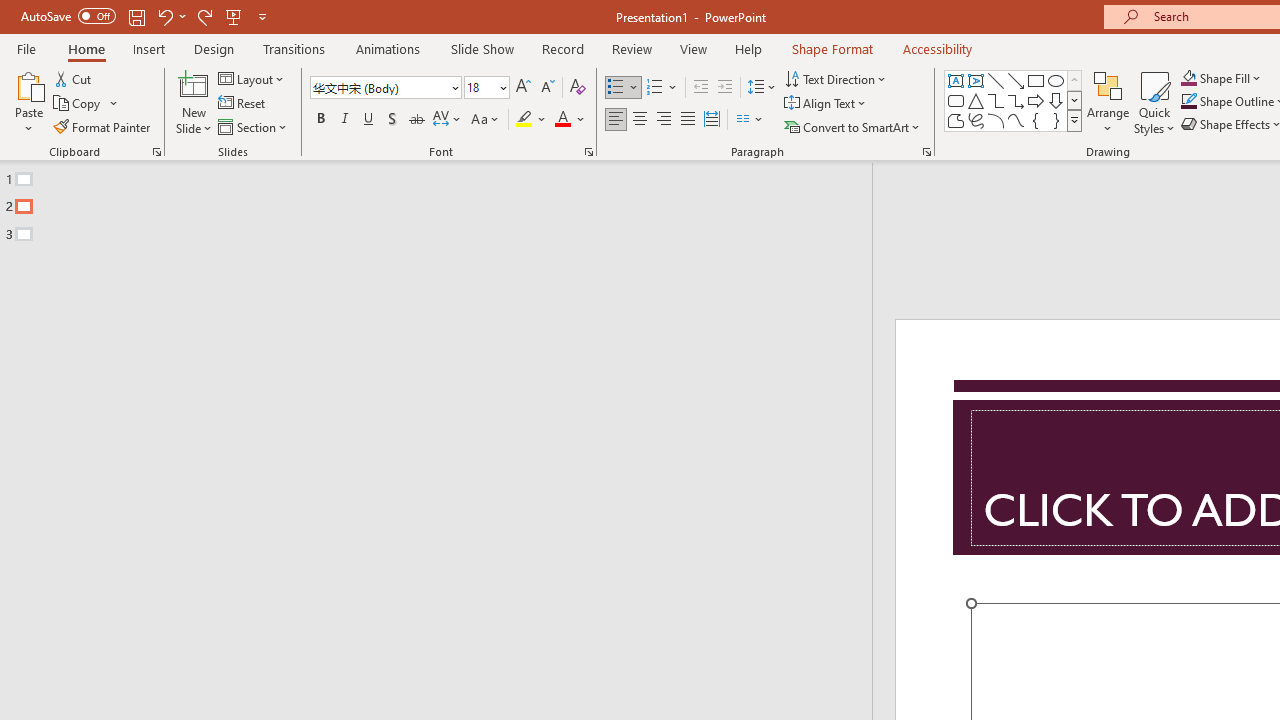 This screenshot has height=720, width=1280. I want to click on 'Outline', so click(444, 202).